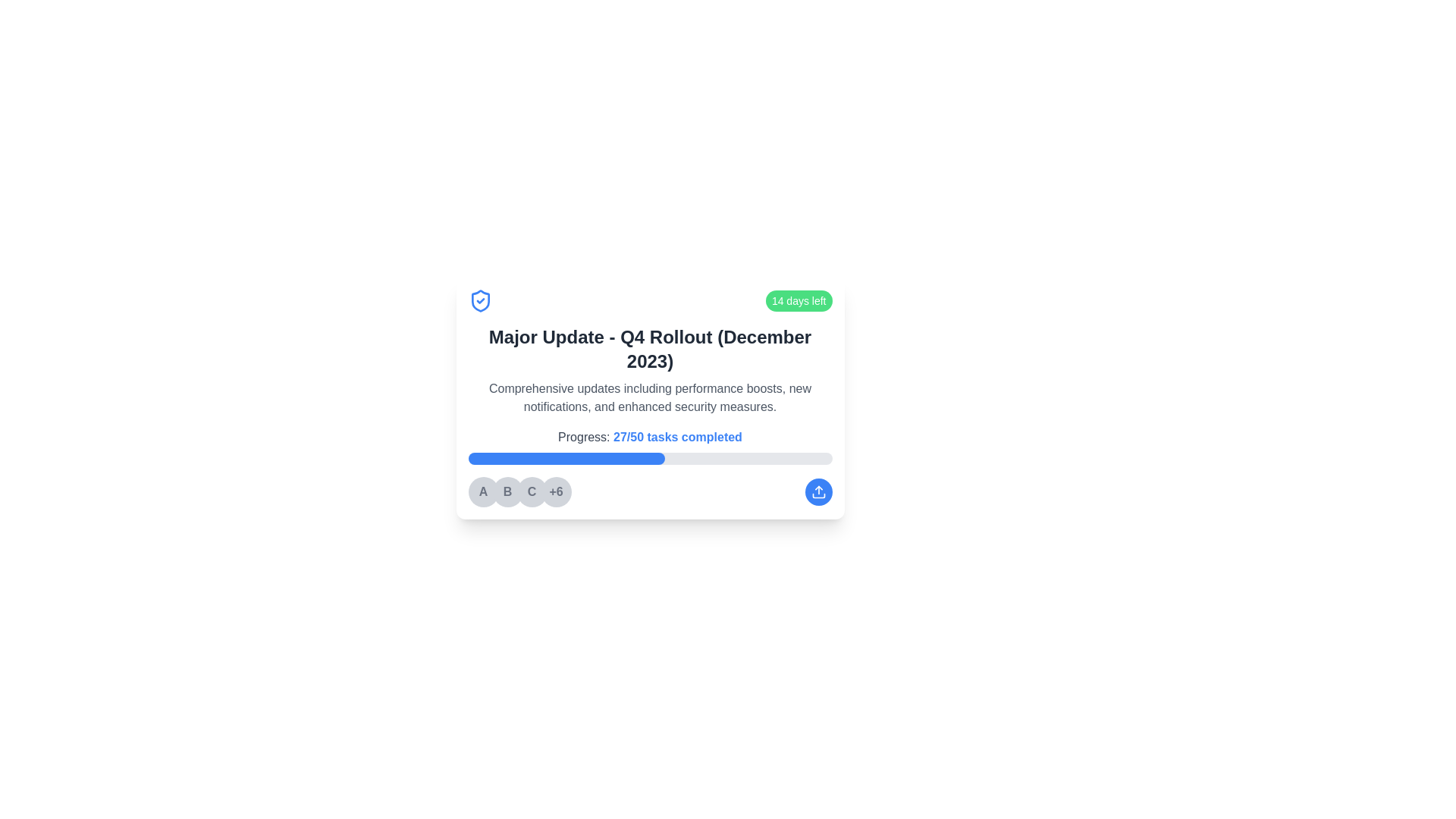 The image size is (1456, 819). I want to click on the progress bar of the Informative Component titled 'Major Update - Q4 Rollout (December 2023)' to navigate through its functionalities, so click(650, 397).